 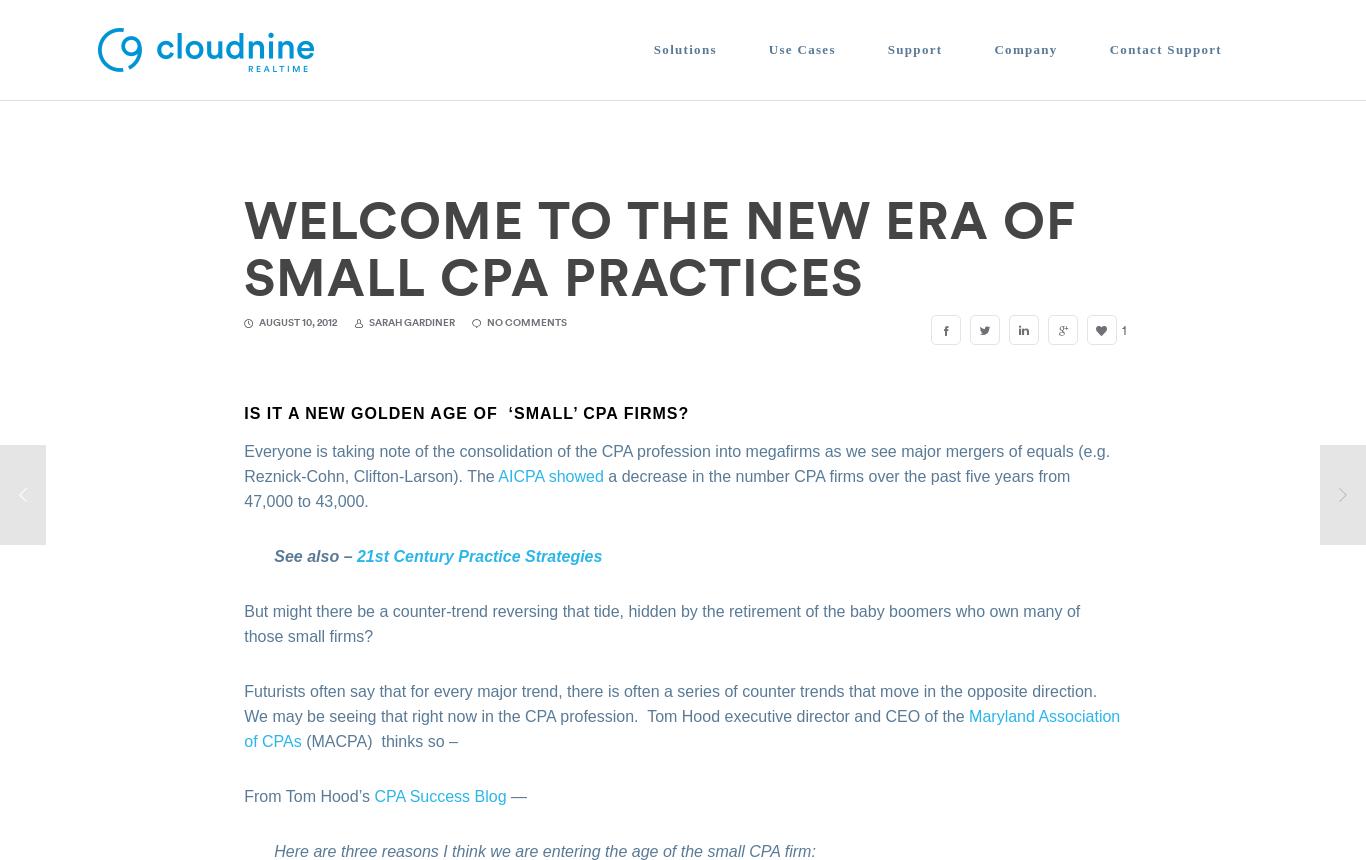 I want to click on 'See also –', so click(x=274, y=555).